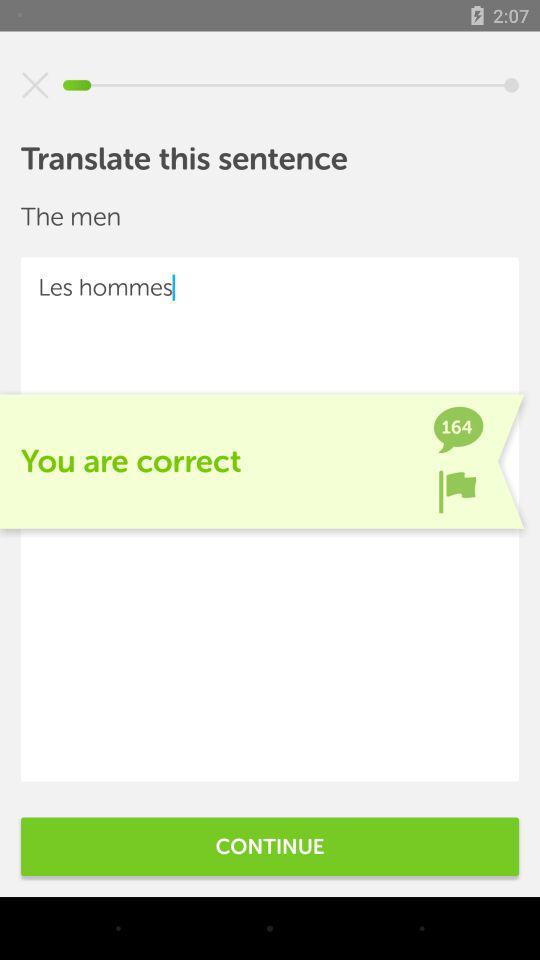 This screenshot has width=540, height=960. Describe the element at coordinates (457, 490) in the screenshot. I see `item next to the you are correct icon` at that location.